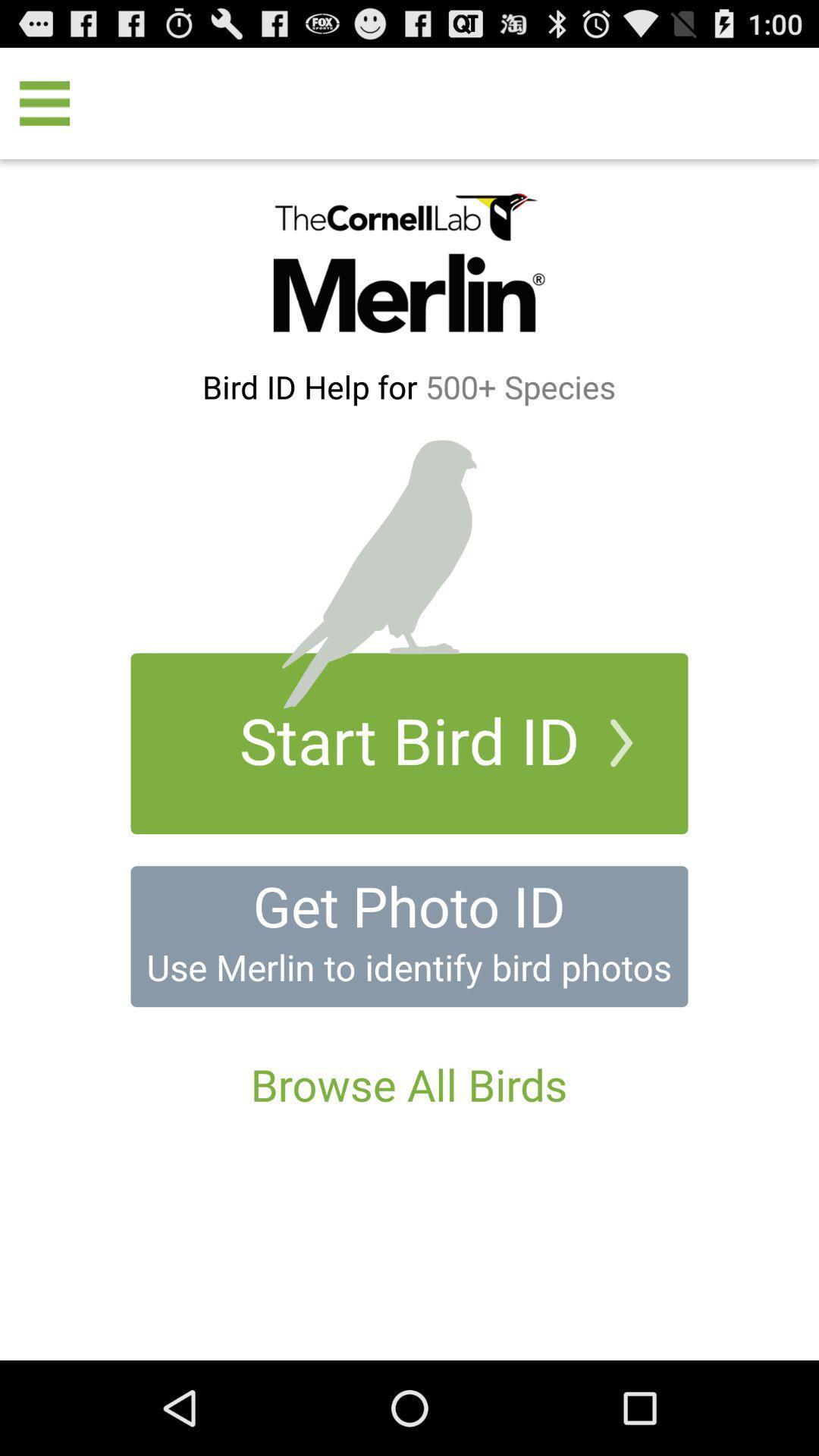 Image resolution: width=819 pixels, height=1456 pixels. I want to click on get photo id icon, so click(408, 905).